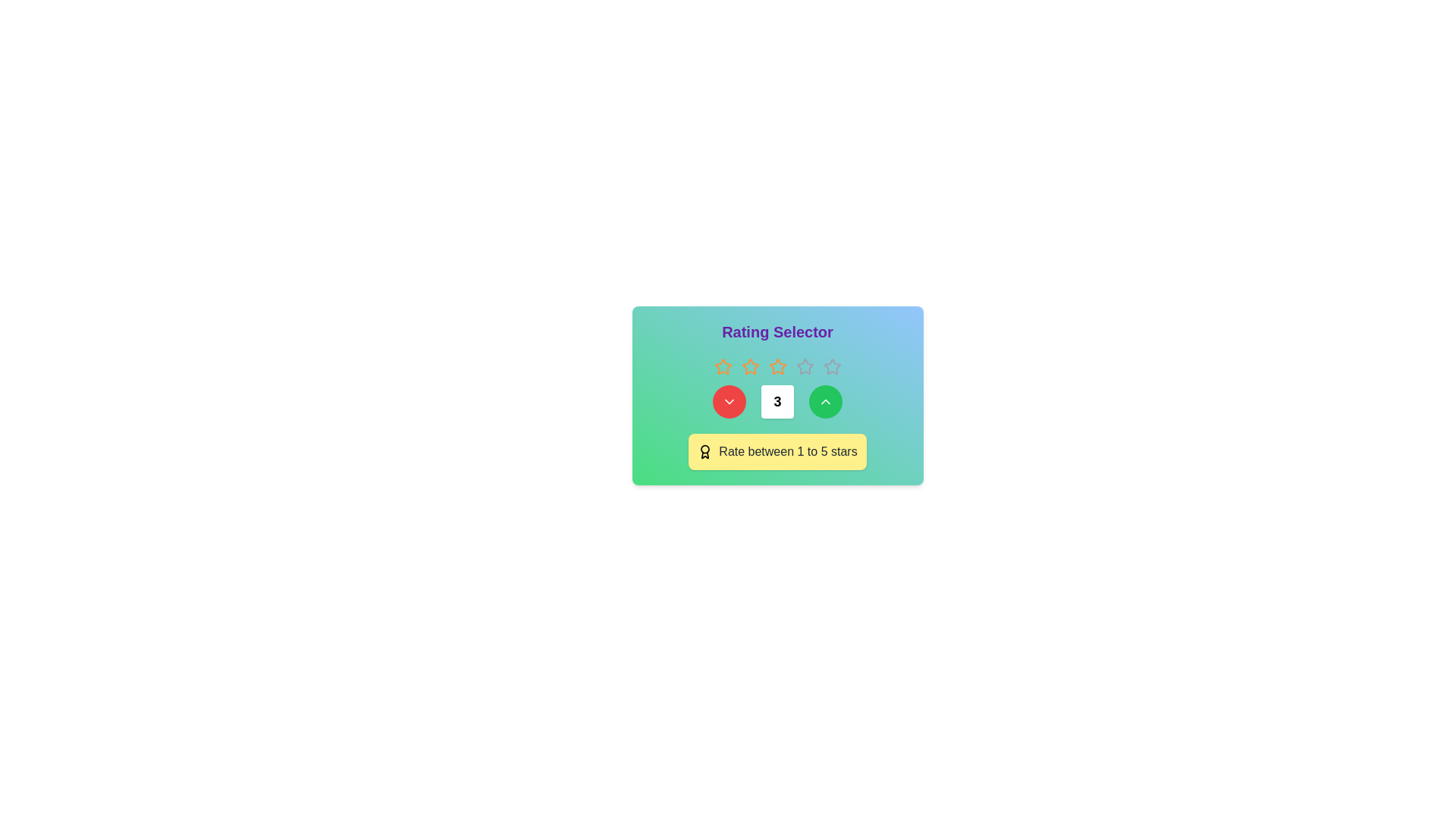 Image resolution: width=1456 pixels, height=819 pixels. Describe the element at coordinates (777, 394) in the screenshot. I see `the Rating Selector Component, which features a gradient background, bold purple title, five stars for rating, a numeric value '3' in a white square, and adjacent up/down buttons` at that location.